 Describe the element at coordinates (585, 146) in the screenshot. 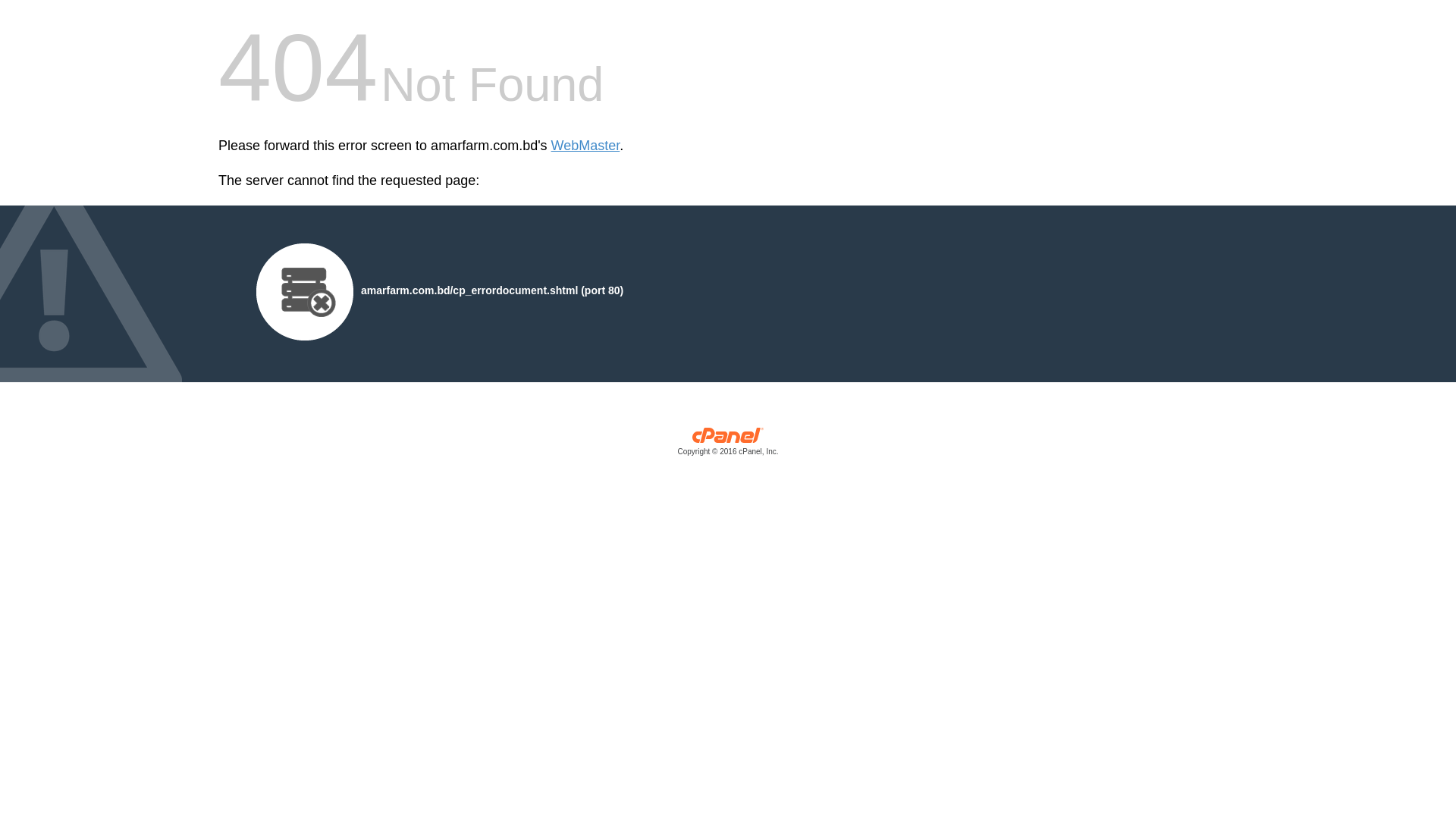

I see `'WebMaster'` at that location.